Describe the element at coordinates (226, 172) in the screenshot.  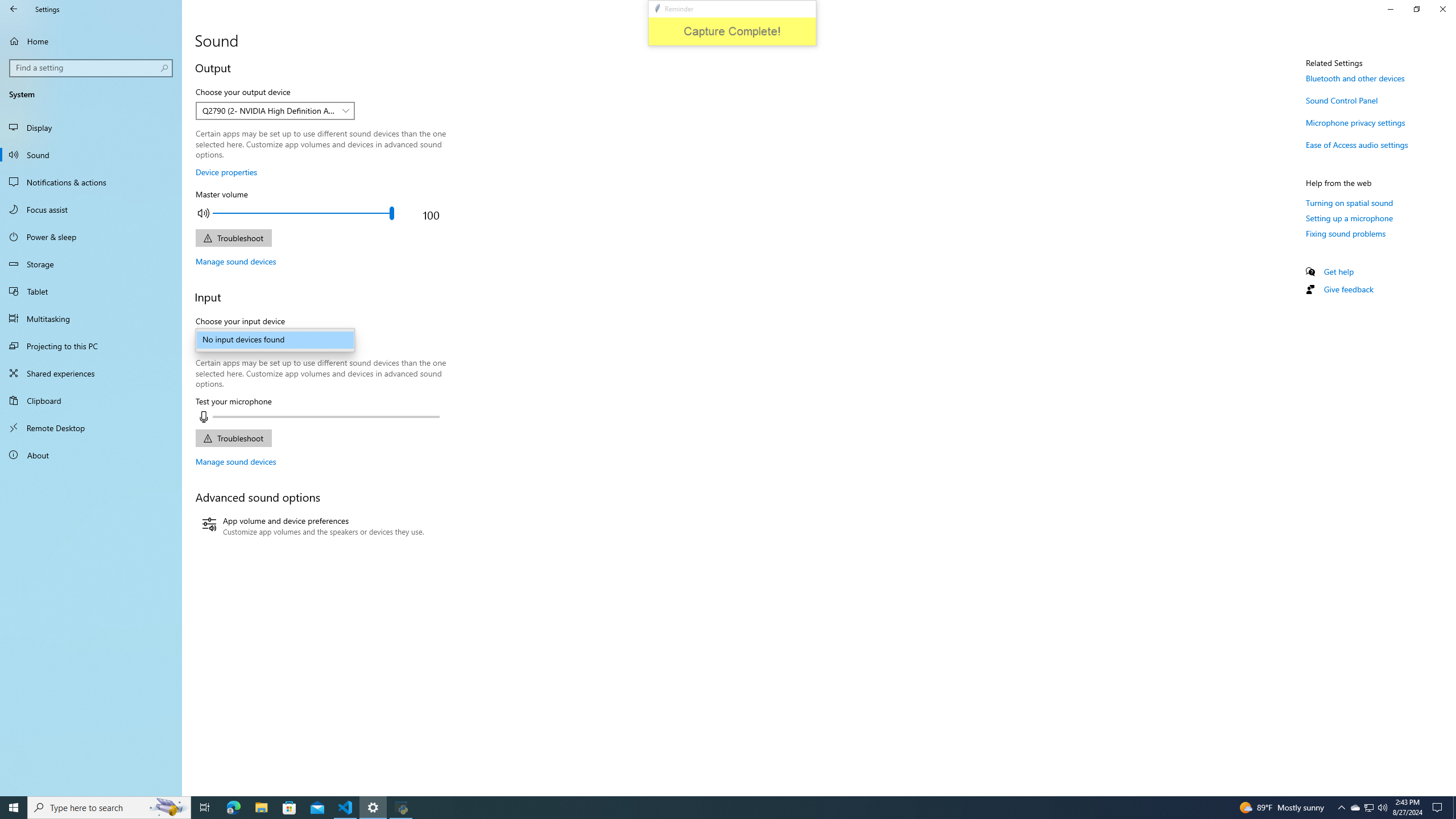
I see `'Device properties'` at that location.